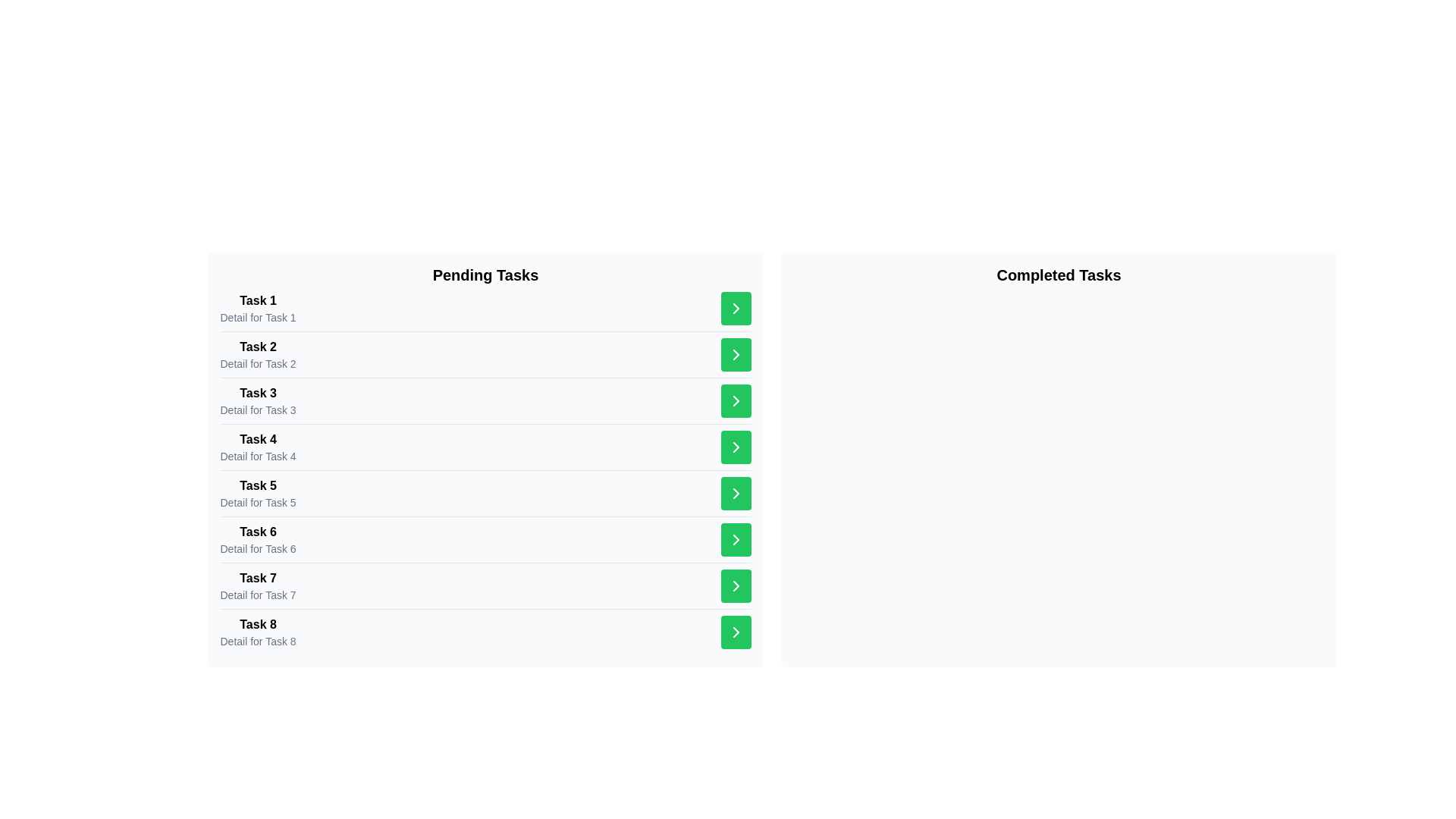  Describe the element at coordinates (258, 447) in the screenshot. I see `text of the List Item displaying 'Task 4' in bold and 'Detail for Task 4' in gray, located in the fourth position under 'Pending Tasks'` at that location.